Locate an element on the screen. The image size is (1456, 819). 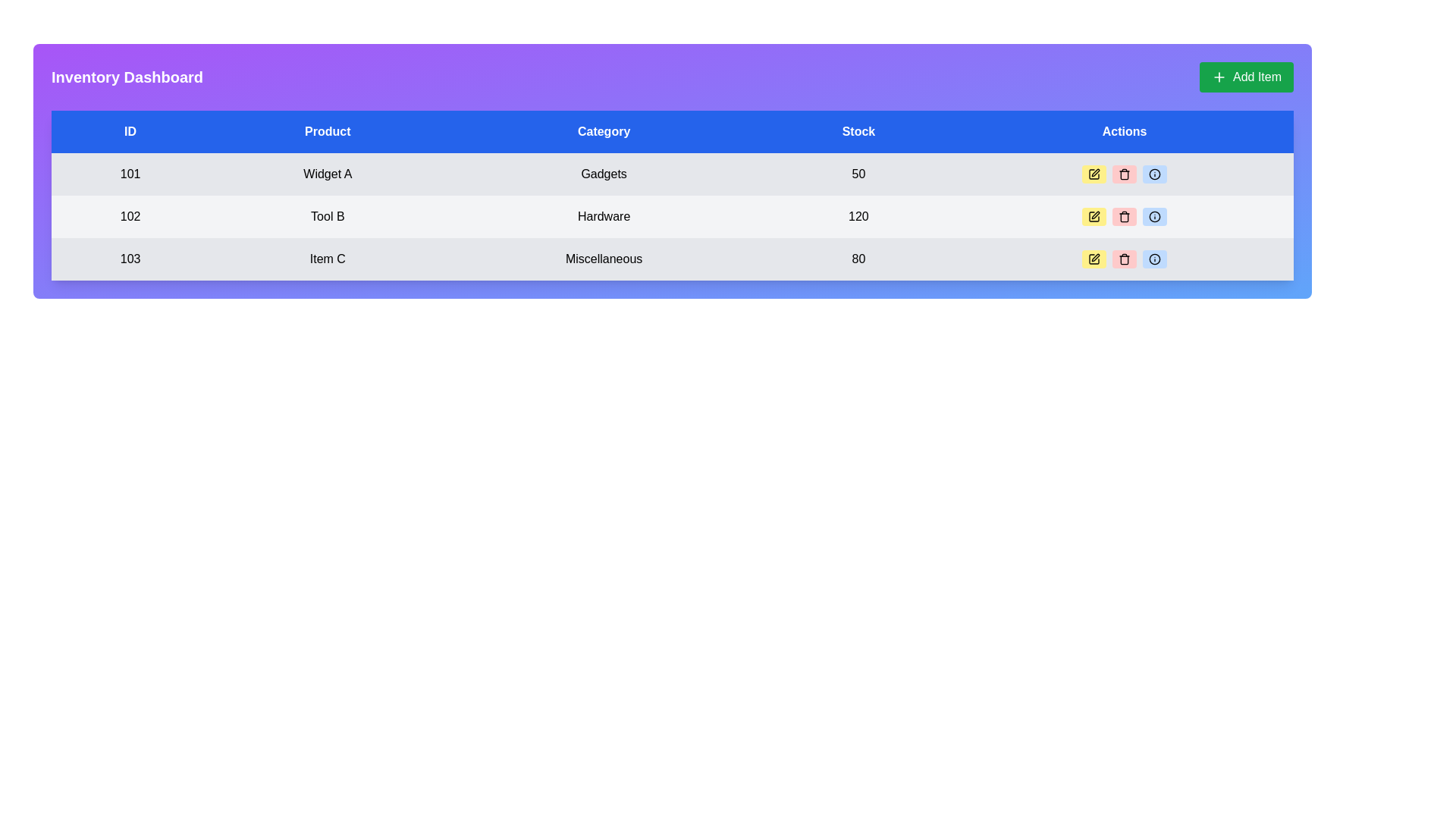
the interactive button in the 'Actions' section of the row corresponding to 'Tool B' is located at coordinates (1125, 216).